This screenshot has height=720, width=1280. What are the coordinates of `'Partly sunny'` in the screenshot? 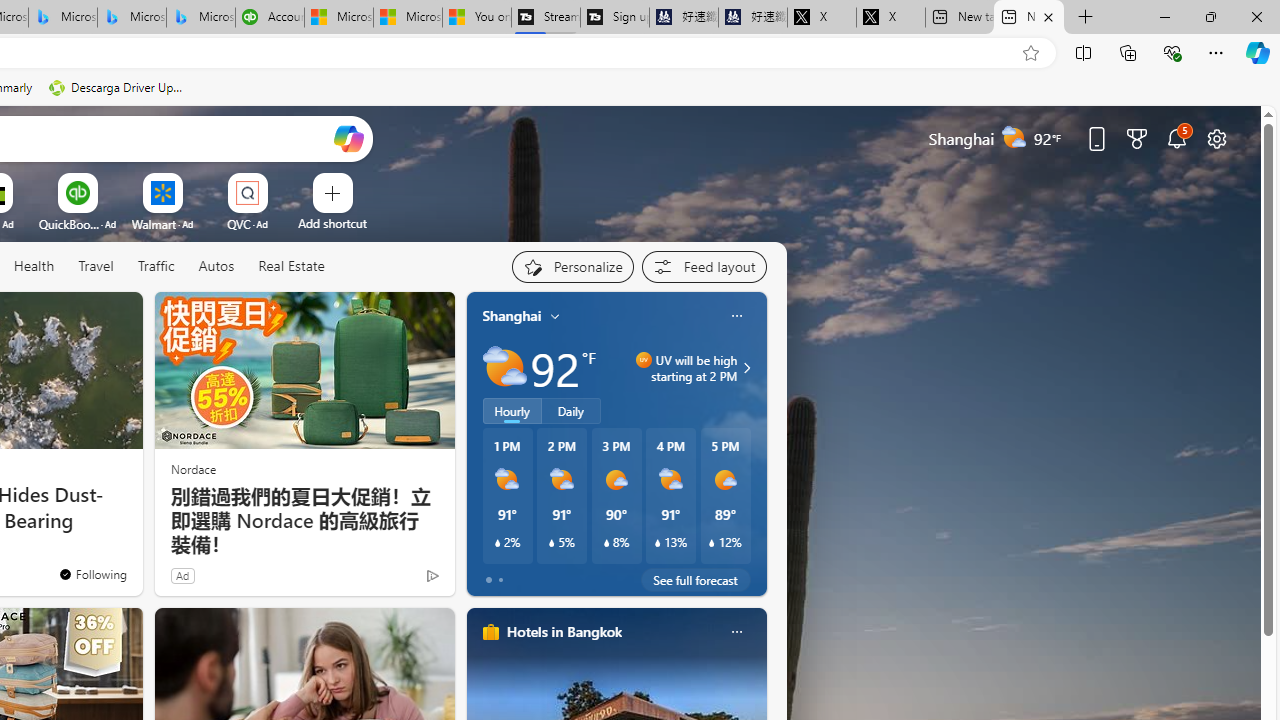 It's located at (504, 368).